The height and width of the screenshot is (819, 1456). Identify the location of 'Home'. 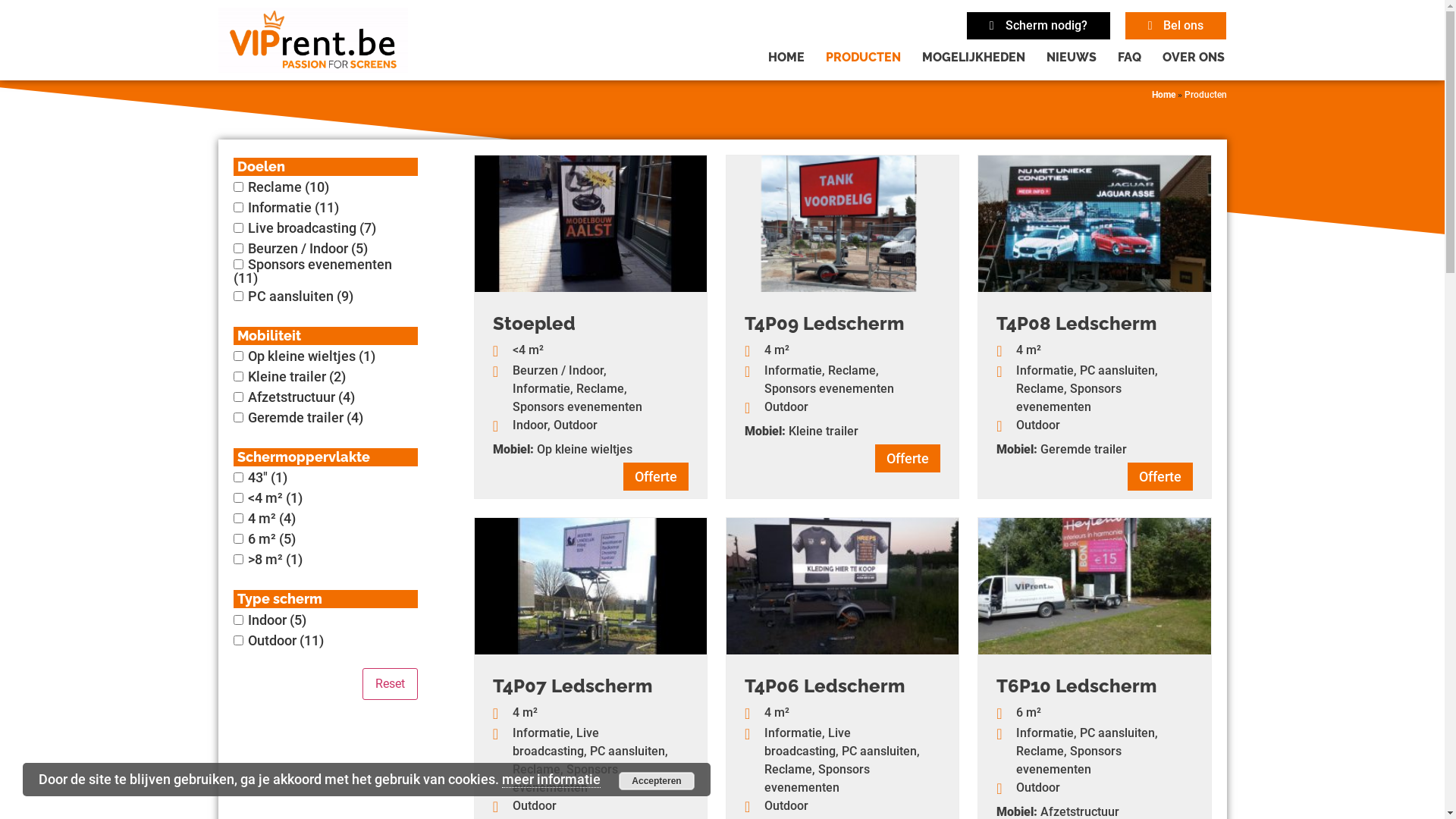
(1162, 94).